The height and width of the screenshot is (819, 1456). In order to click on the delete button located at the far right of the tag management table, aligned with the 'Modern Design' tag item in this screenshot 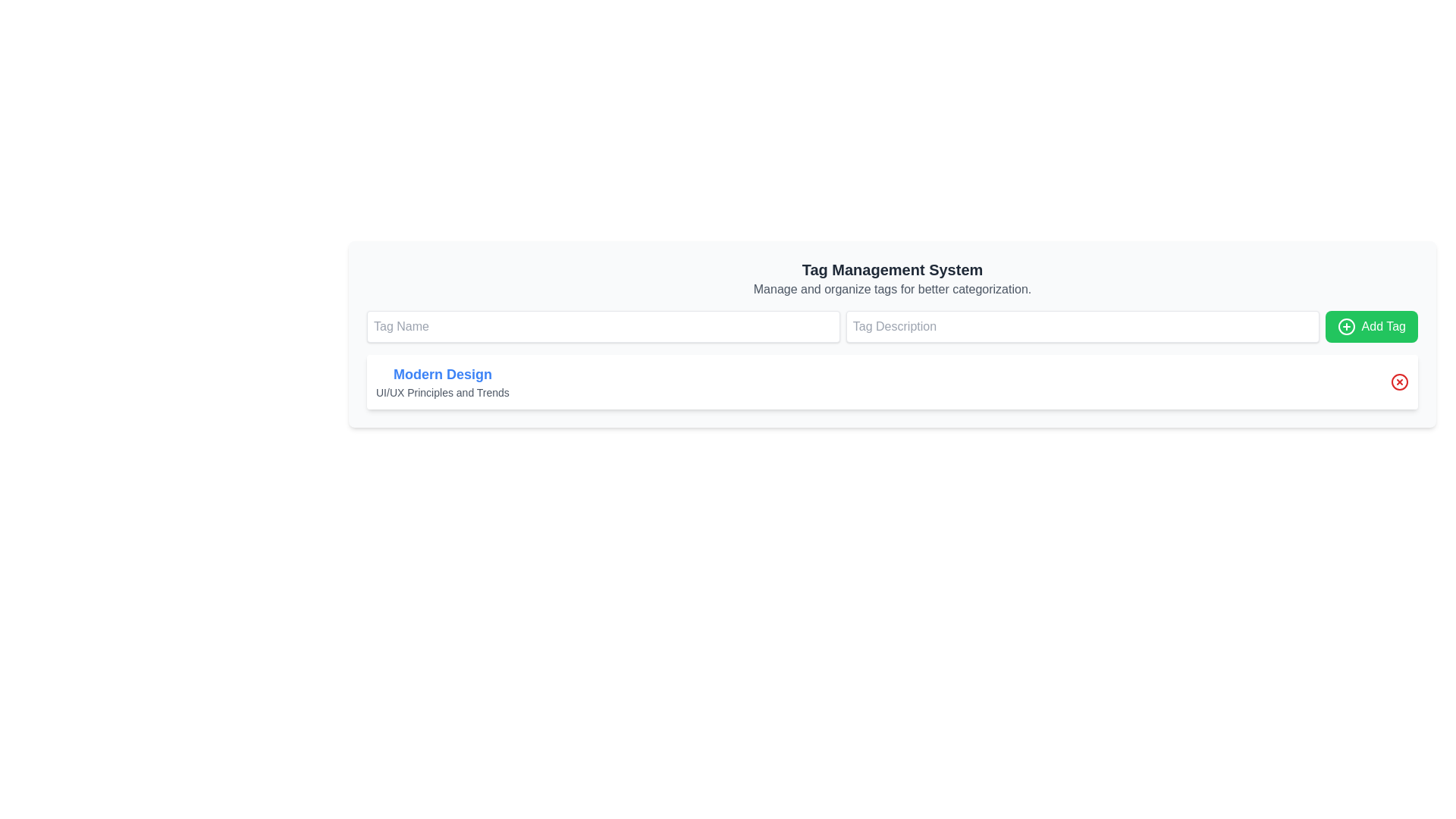, I will do `click(1399, 381)`.